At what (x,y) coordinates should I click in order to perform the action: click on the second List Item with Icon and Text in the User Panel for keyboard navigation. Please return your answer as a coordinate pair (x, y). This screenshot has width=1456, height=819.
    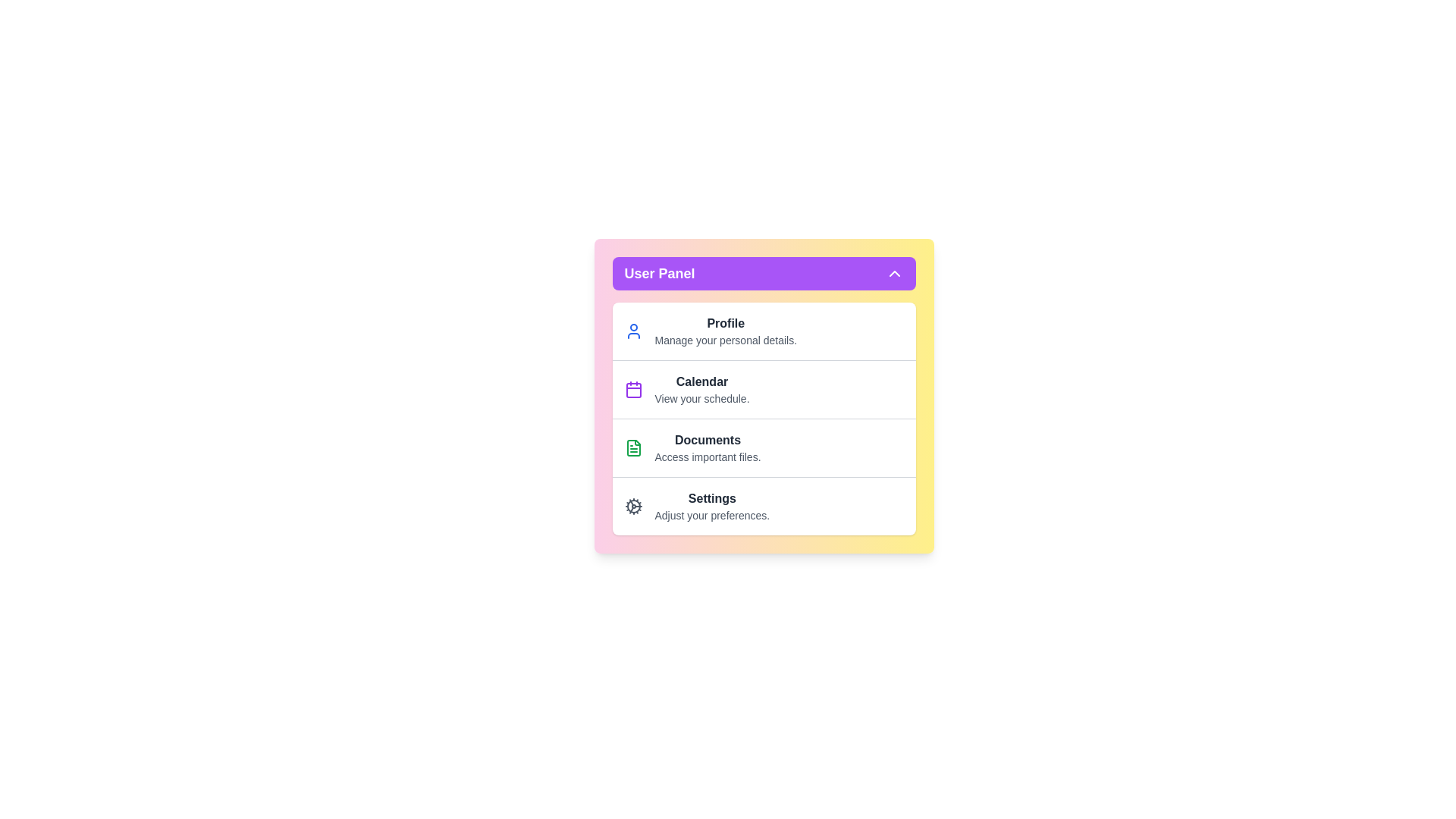
    Looking at the image, I should click on (764, 388).